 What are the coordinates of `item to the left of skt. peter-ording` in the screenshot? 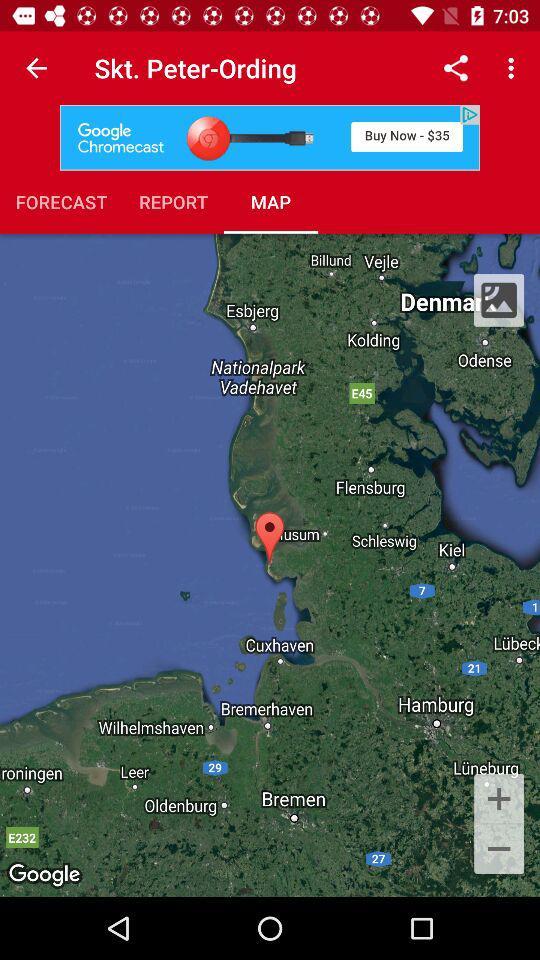 It's located at (36, 68).